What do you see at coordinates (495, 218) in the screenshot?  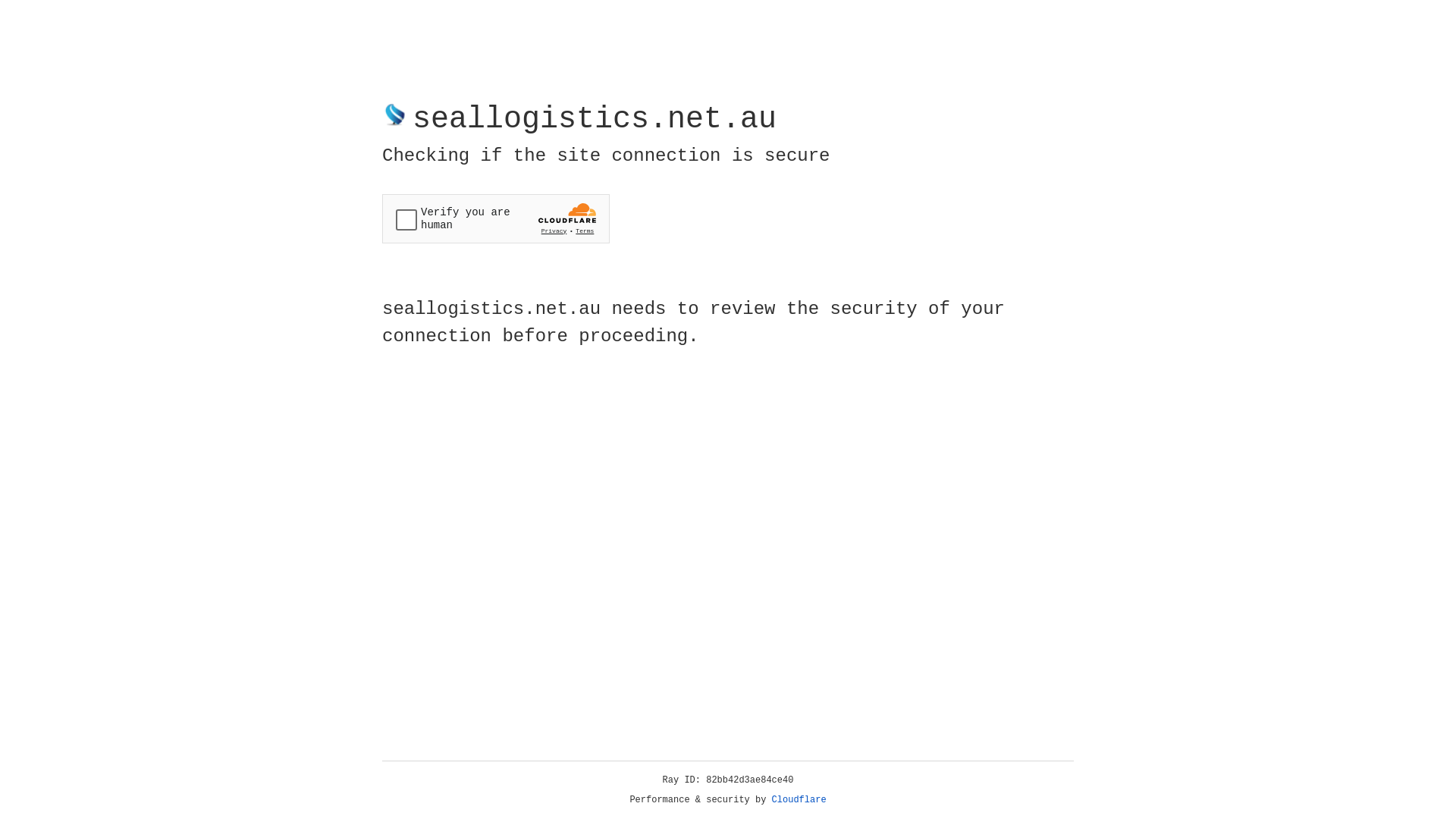 I see `'Widget containing a Cloudflare security challenge'` at bounding box center [495, 218].